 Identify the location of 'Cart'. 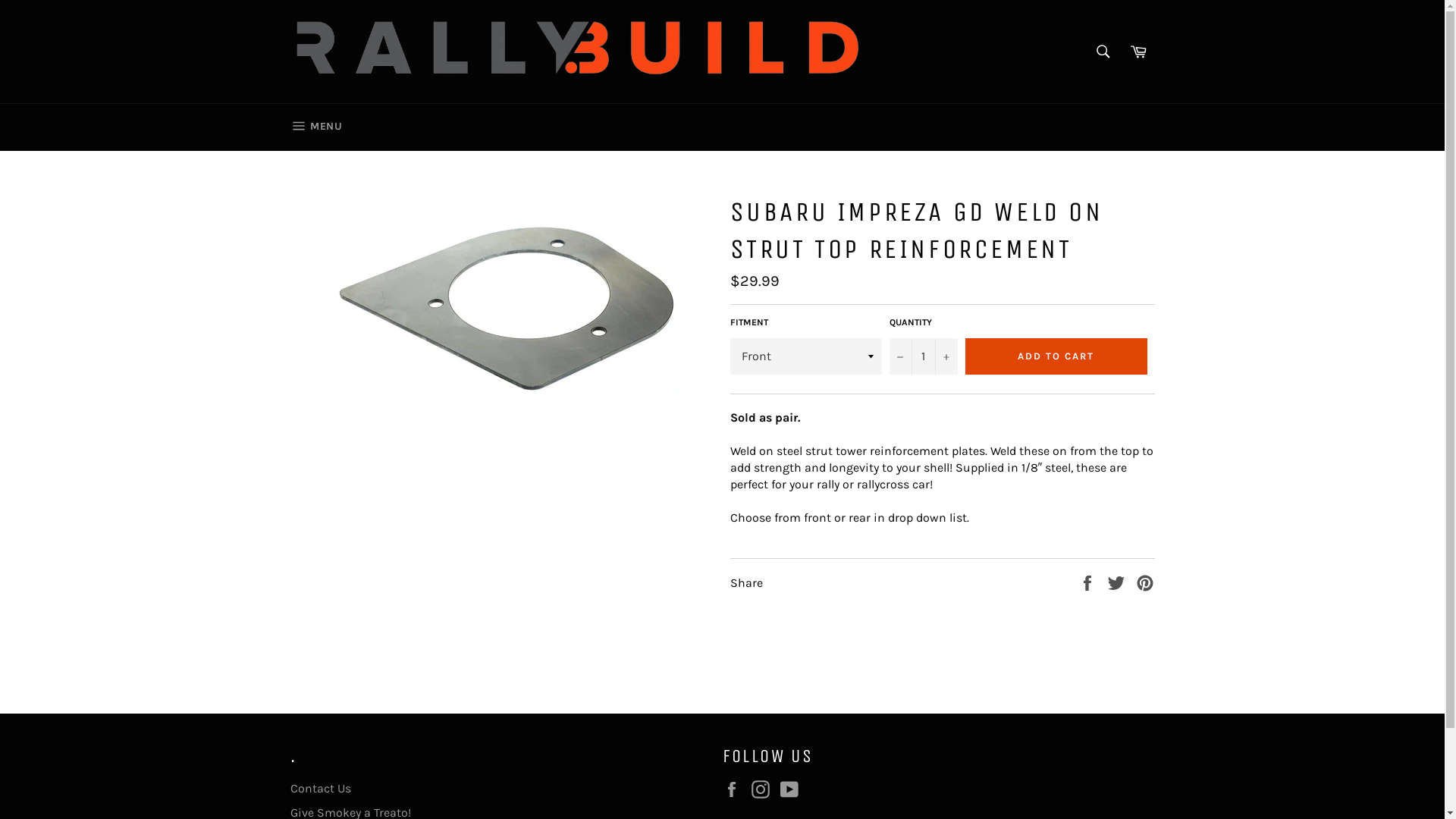
(1122, 51).